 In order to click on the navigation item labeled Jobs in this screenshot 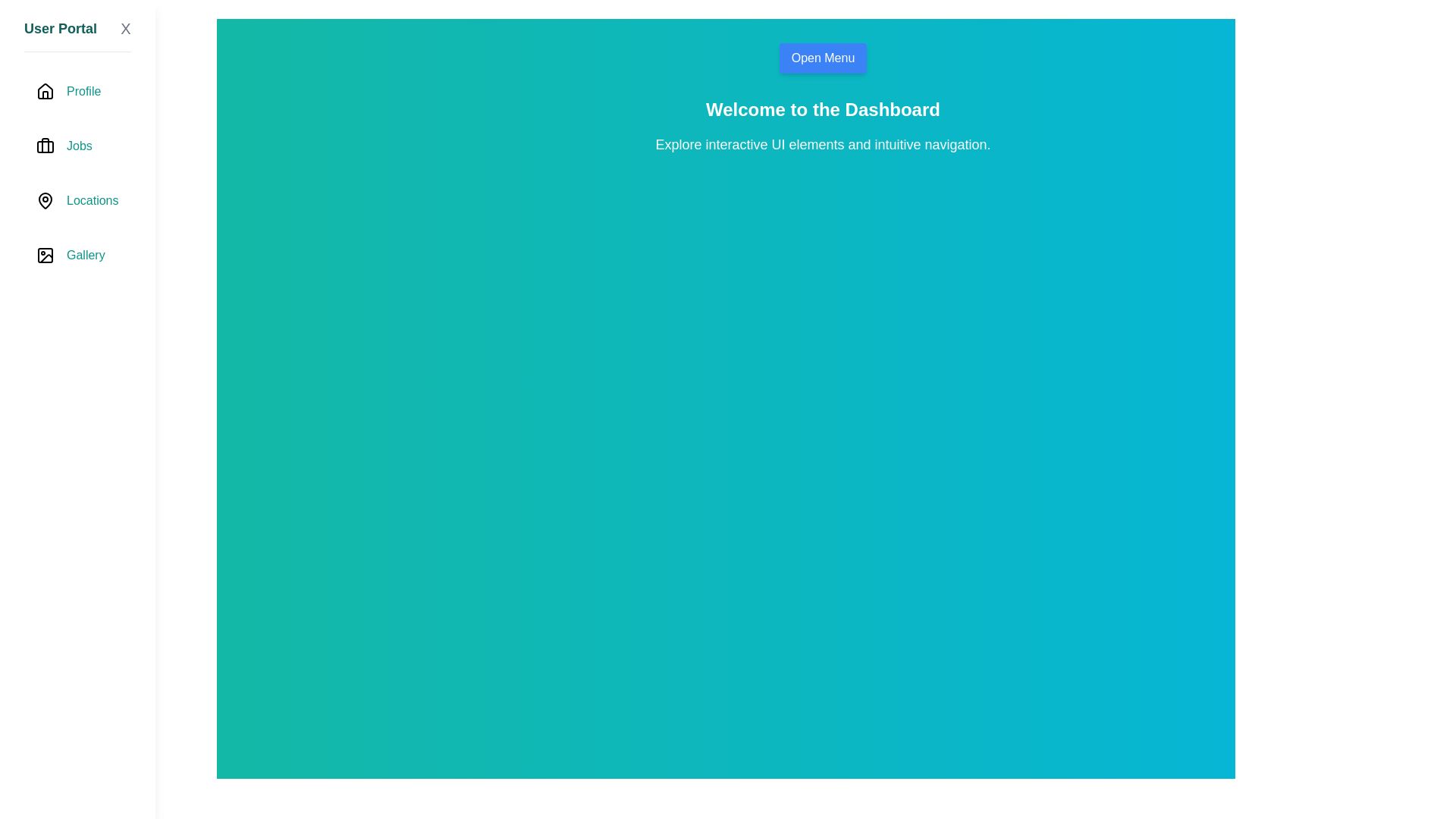, I will do `click(77, 146)`.